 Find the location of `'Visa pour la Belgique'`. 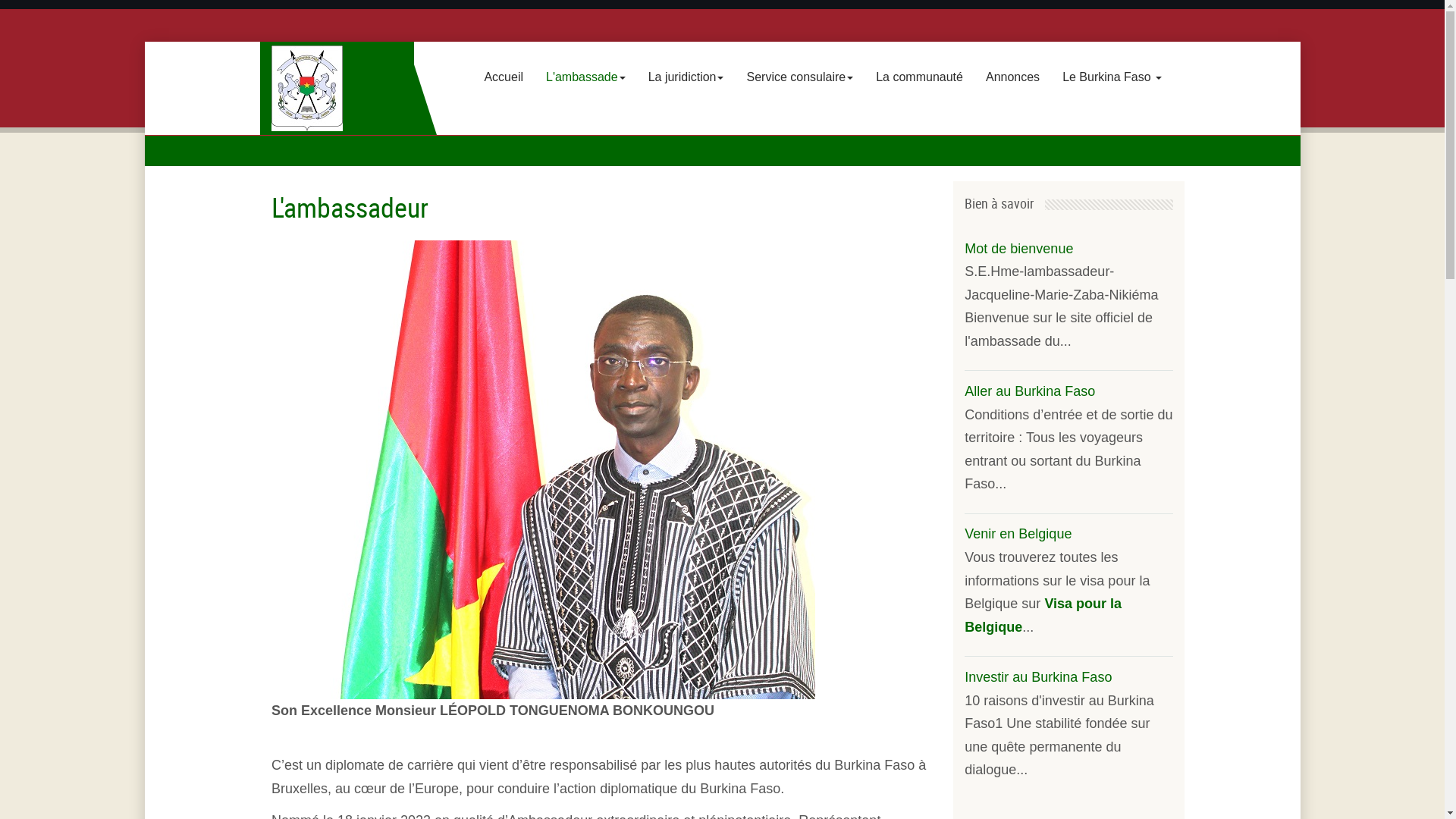

'Visa pour la Belgique' is located at coordinates (964, 615).